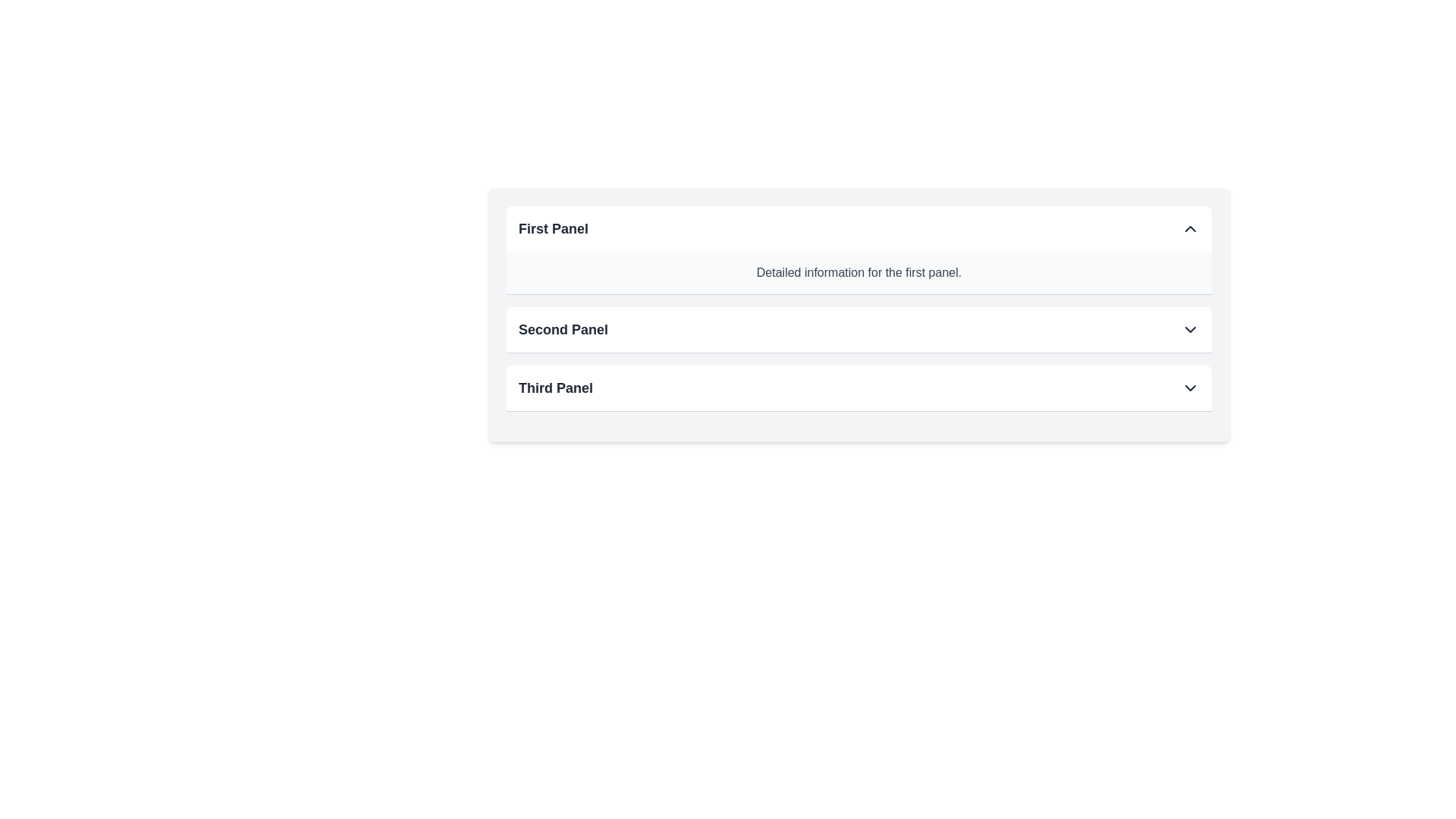 Image resolution: width=1456 pixels, height=819 pixels. What do you see at coordinates (555, 388) in the screenshot?
I see `the static text label that identifies the 'Third Panel' section, located in the header towards the left side, to the left of the expand/collapse icon` at bounding box center [555, 388].